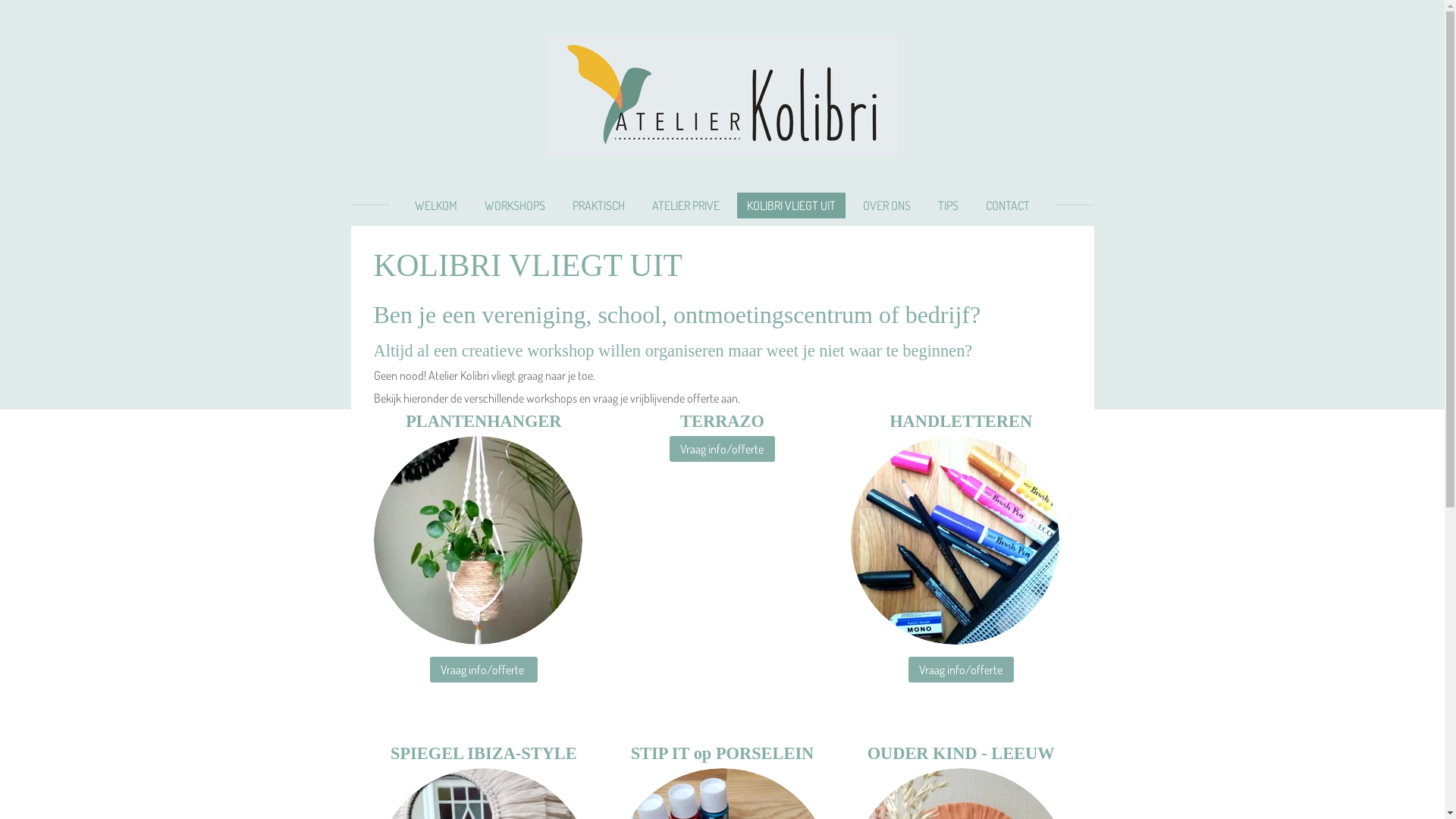 The image size is (1456, 819). Describe the element at coordinates (1008, 205) in the screenshot. I see `'CONTACT'` at that location.